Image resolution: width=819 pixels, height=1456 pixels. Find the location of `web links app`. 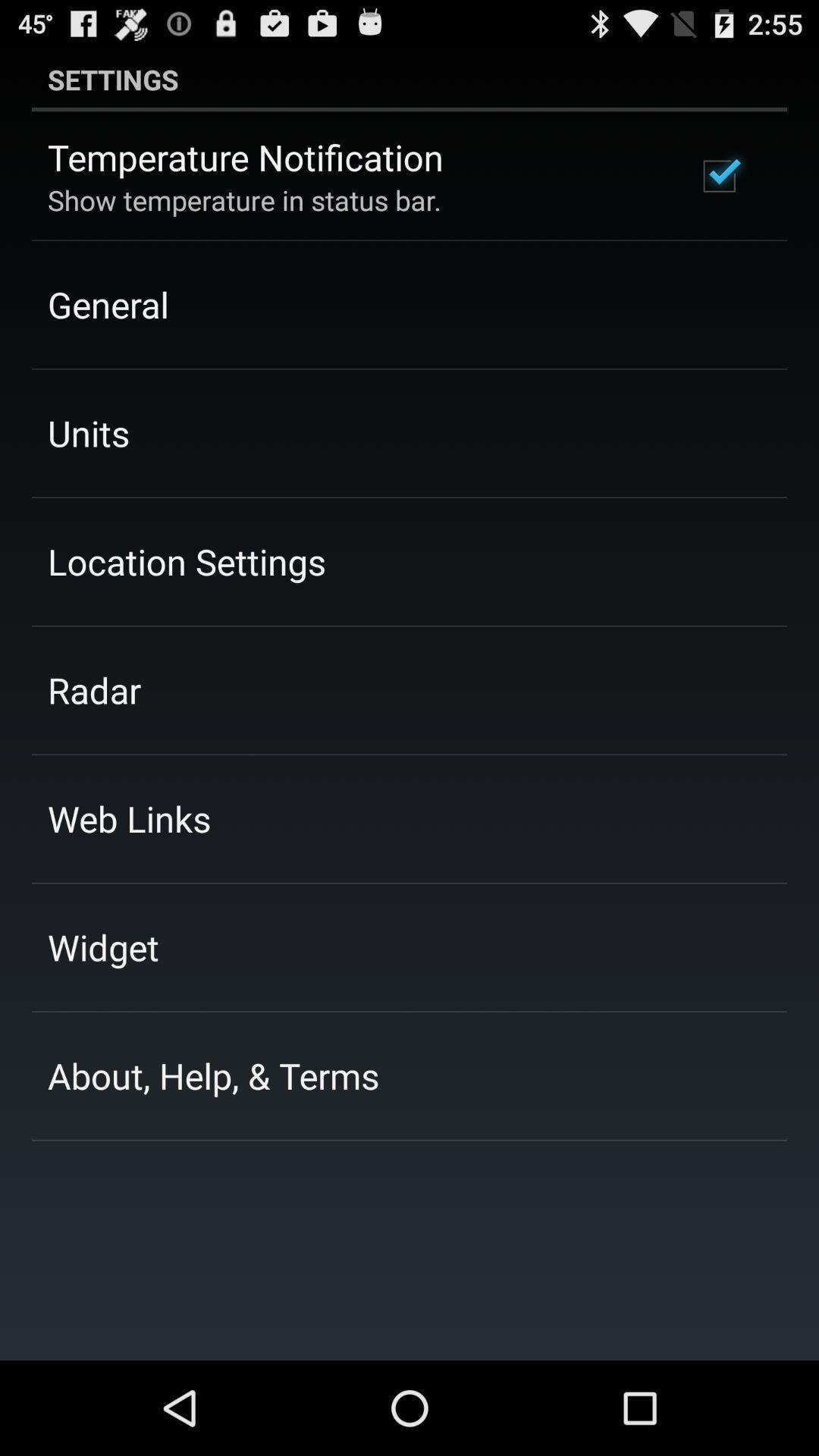

web links app is located at coordinates (128, 817).